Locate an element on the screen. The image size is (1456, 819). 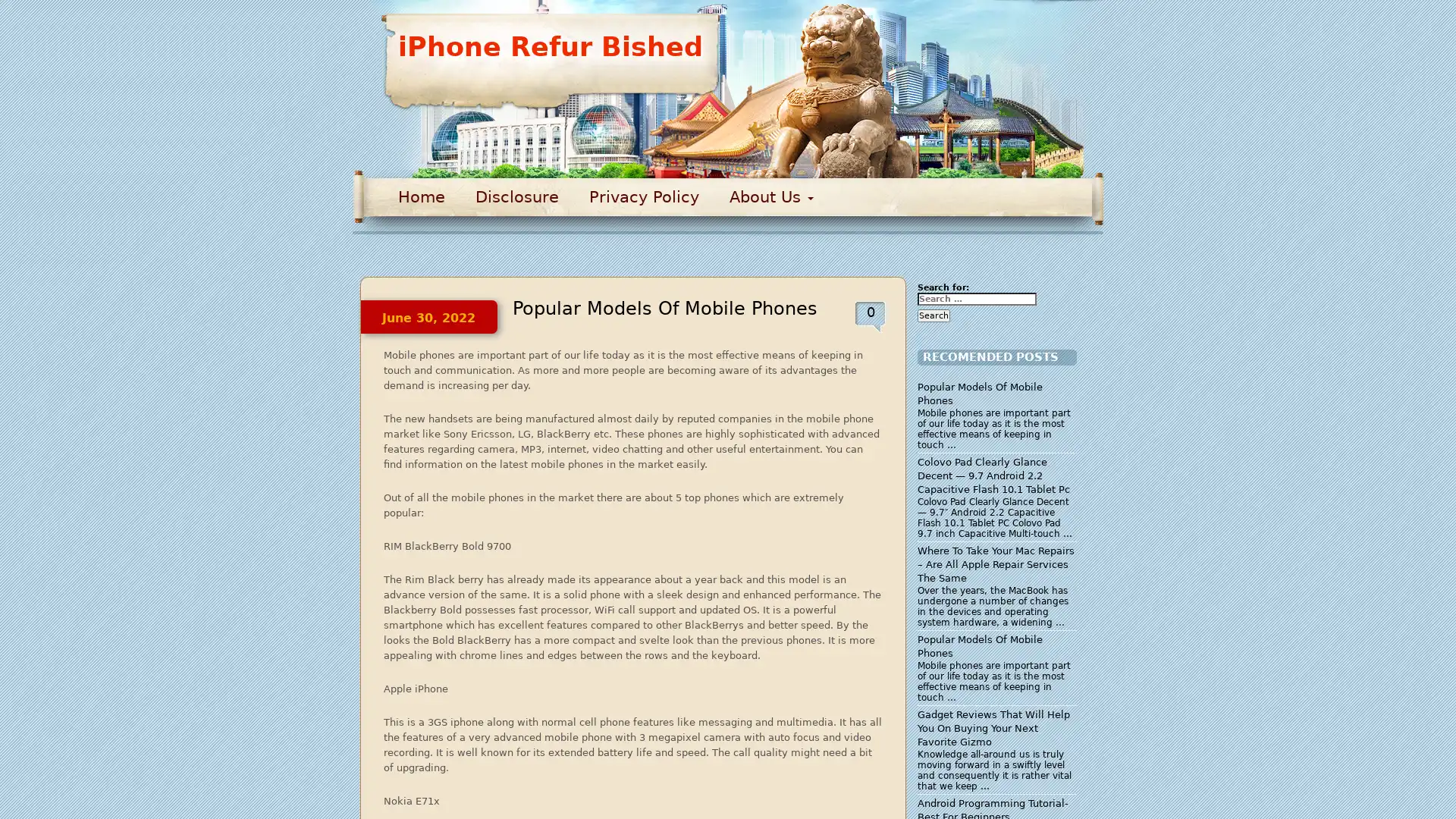
Search is located at coordinates (933, 315).